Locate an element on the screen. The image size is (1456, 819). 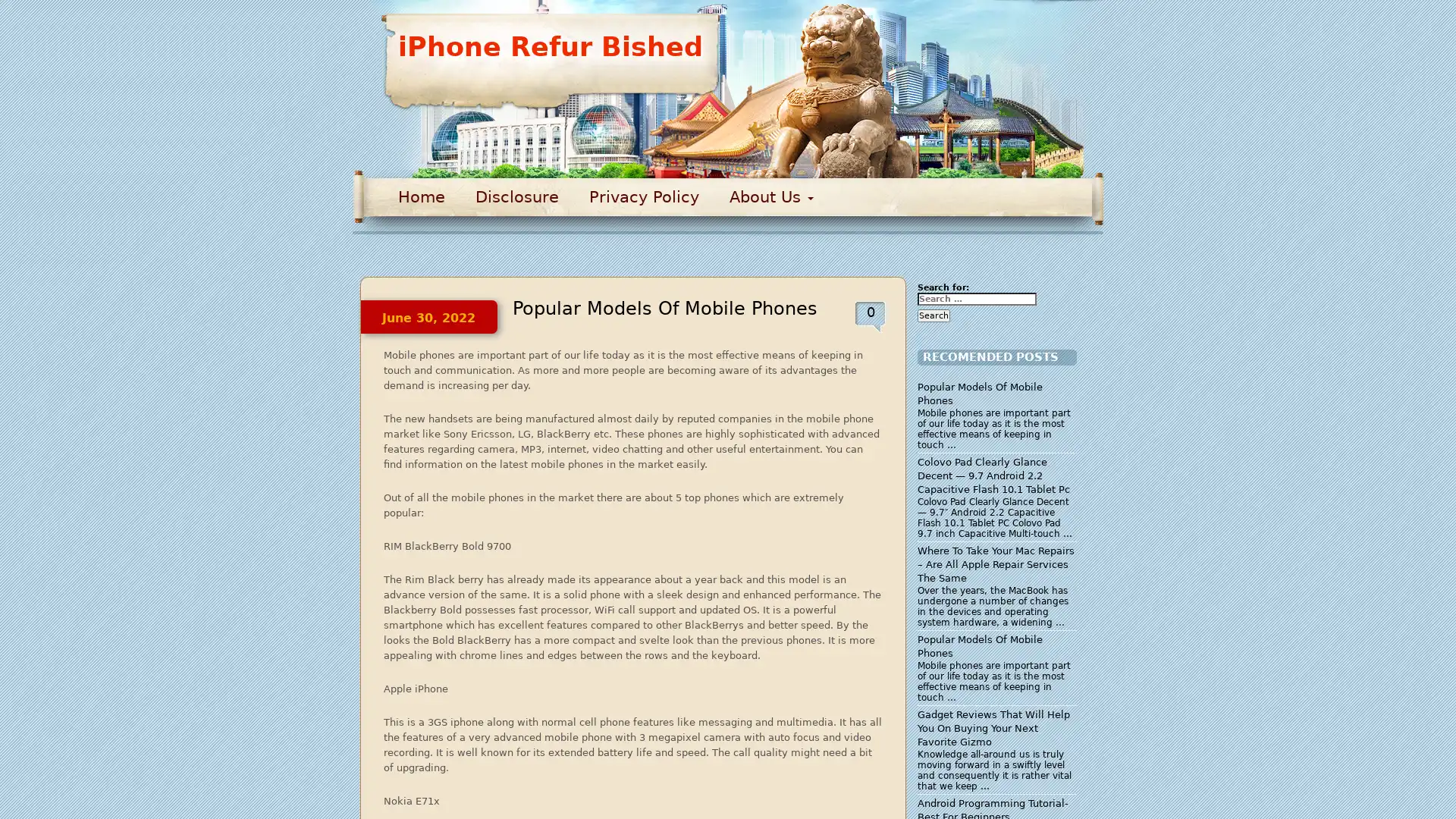
Search is located at coordinates (933, 315).